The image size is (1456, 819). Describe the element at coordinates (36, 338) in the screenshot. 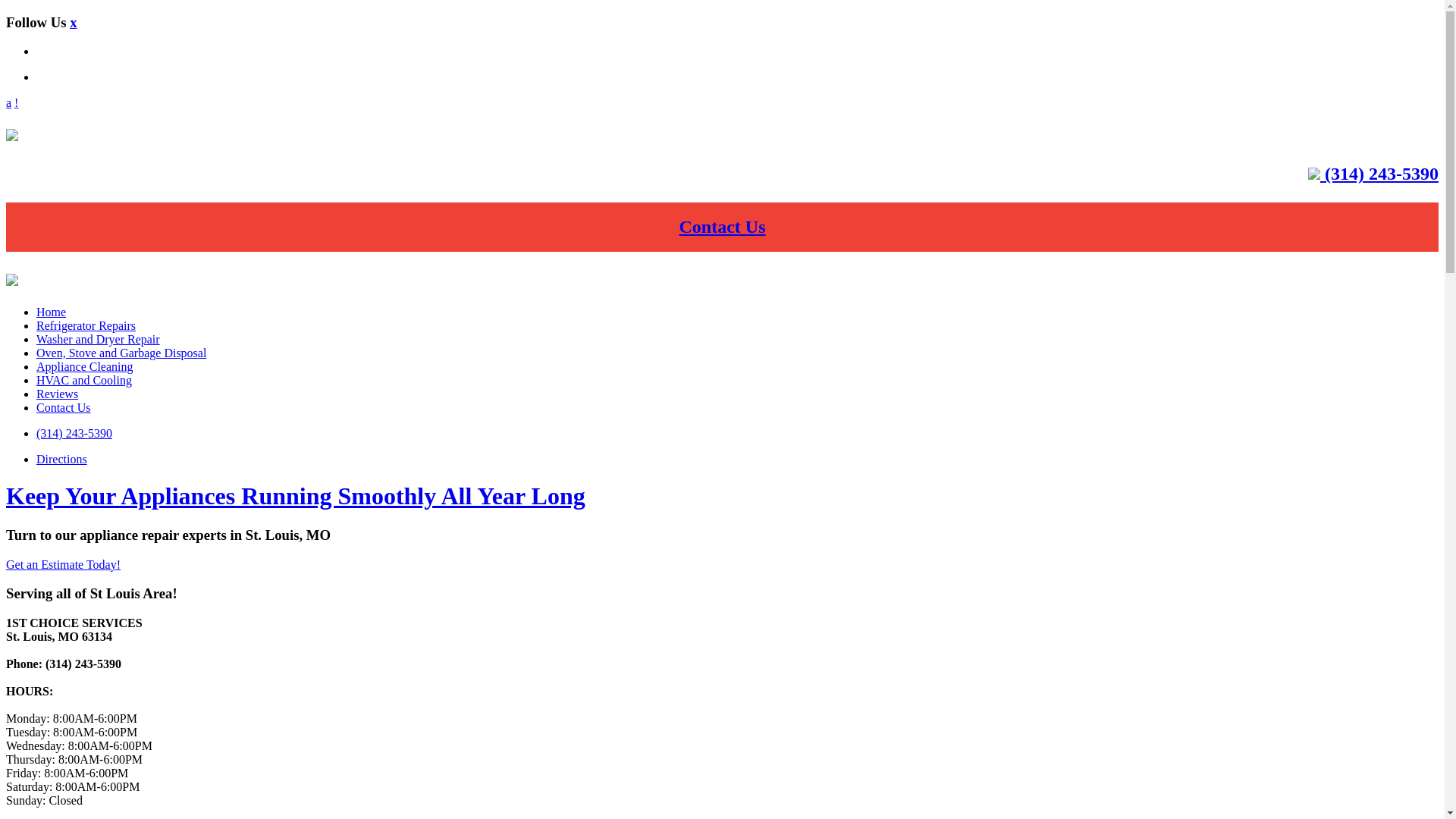

I see `'Washer and Dryer Repair'` at that location.